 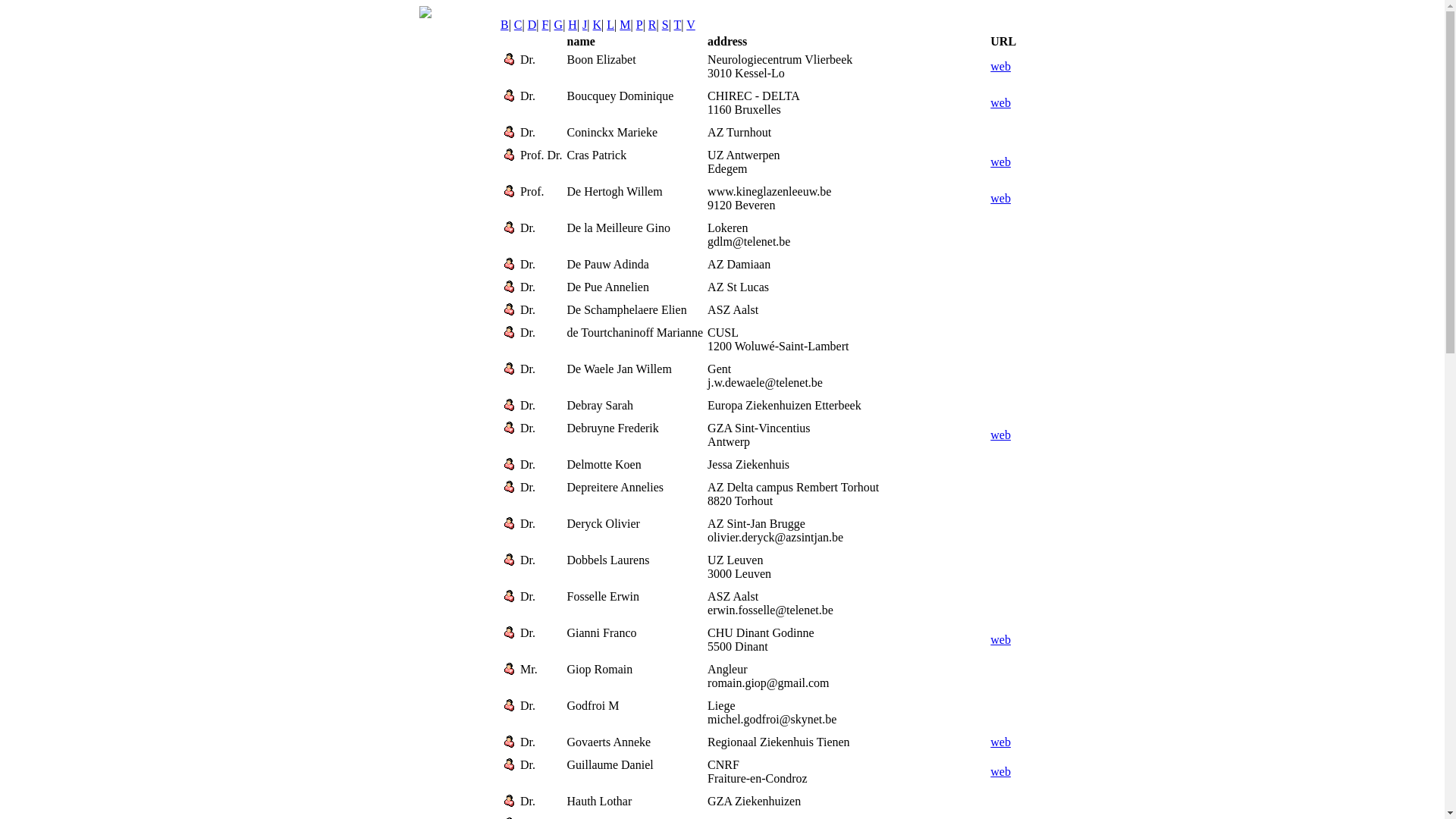 What do you see at coordinates (1000, 162) in the screenshot?
I see `'web'` at bounding box center [1000, 162].